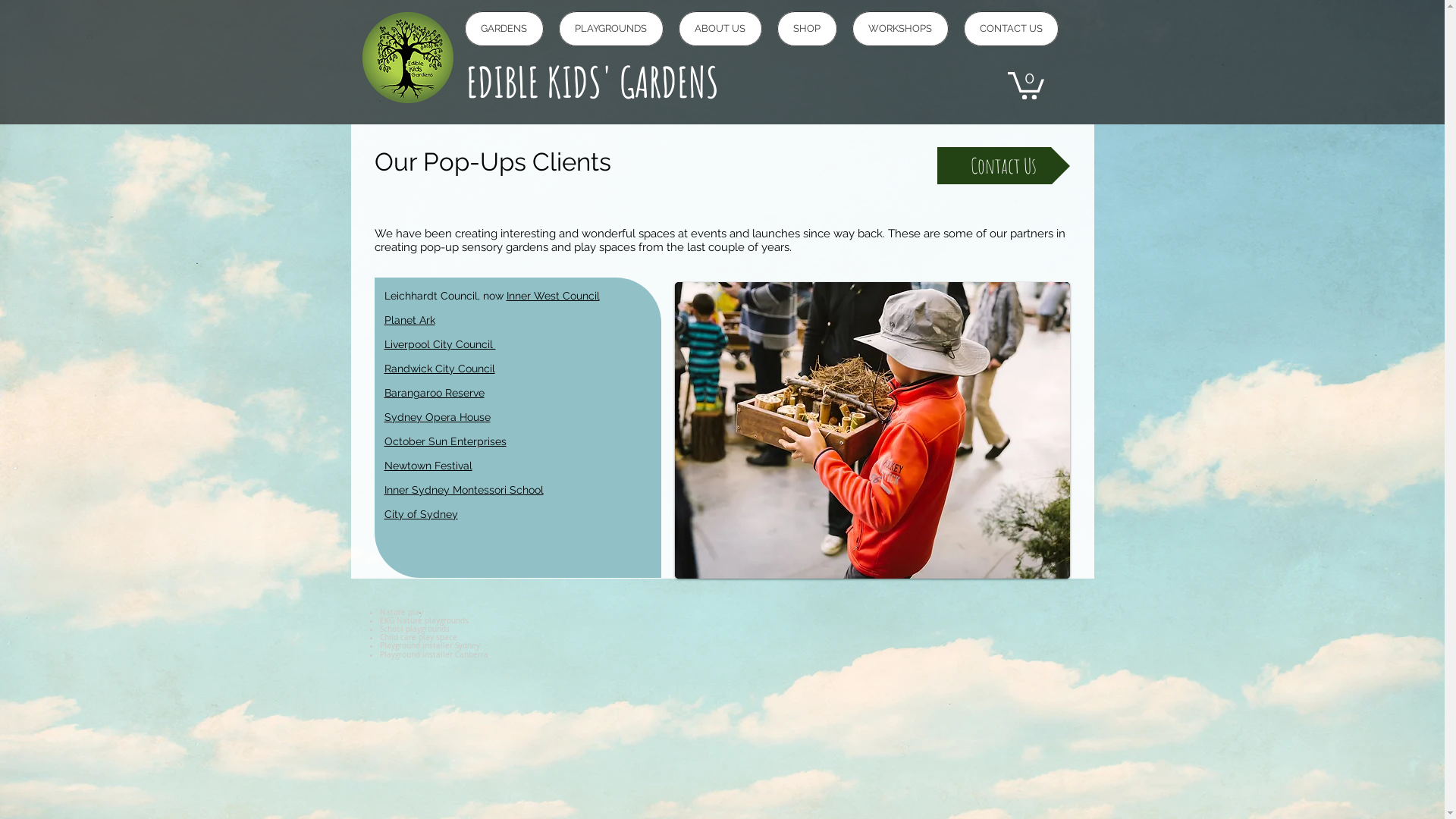  What do you see at coordinates (1010, 29) in the screenshot?
I see `'CONTACT US'` at bounding box center [1010, 29].